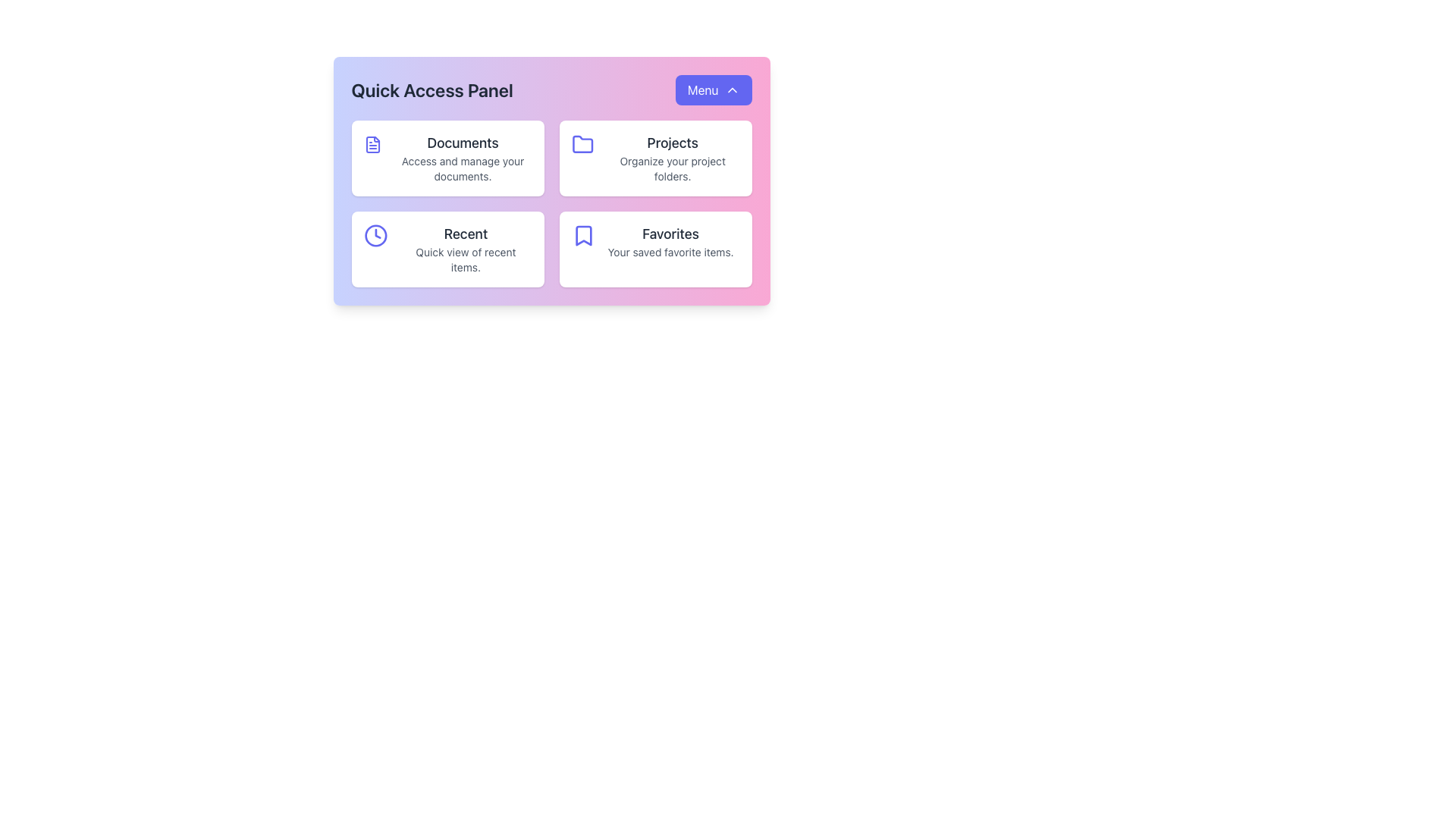 Image resolution: width=1456 pixels, height=819 pixels. Describe the element at coordinates (372, 145) in the screenshot. I see `the leftmost subcomponent of the document-shaped icon in the Quick Access Panel, located at the top-left area above the 'Recent' entry` at that location.